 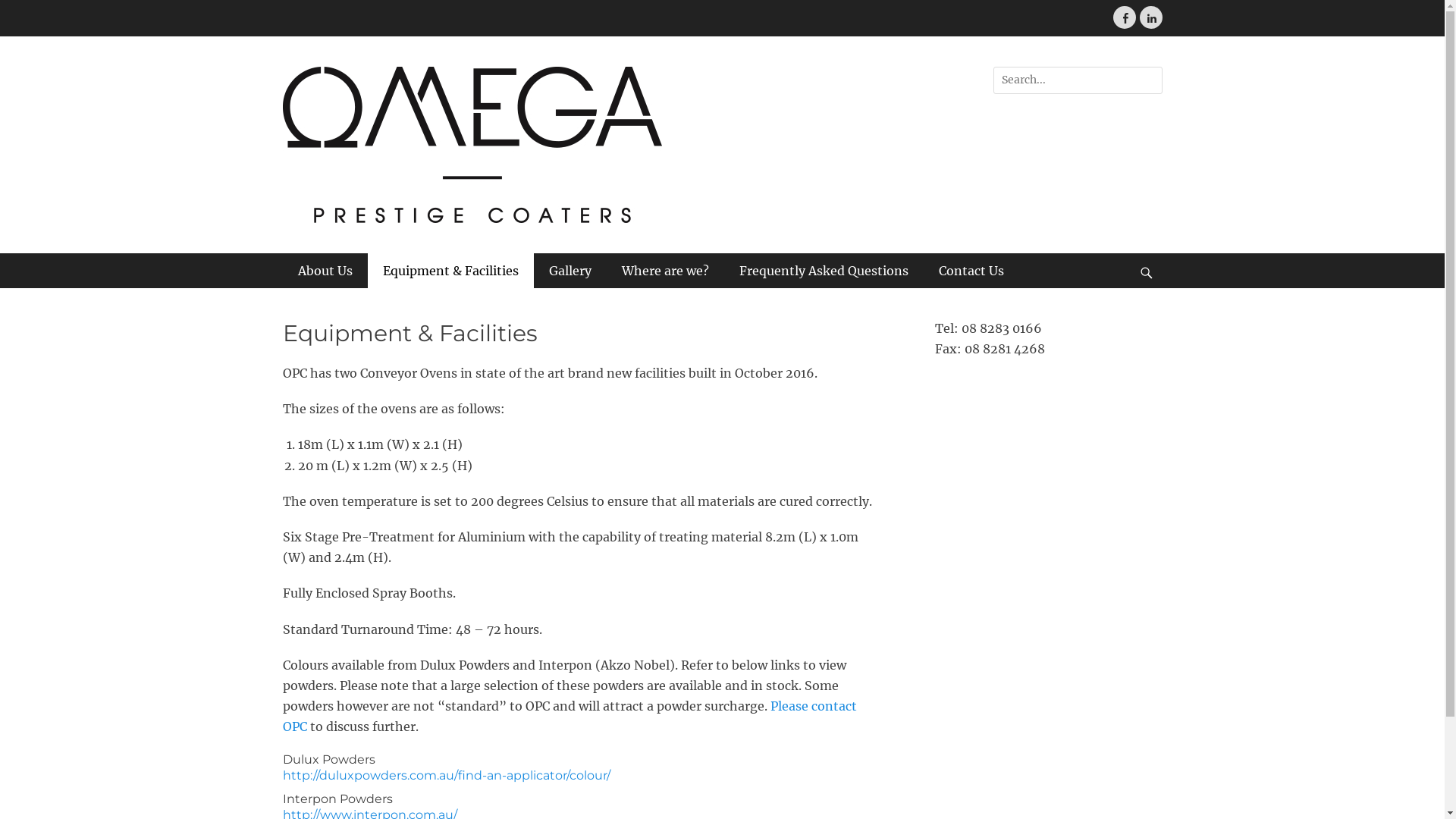 What do you see at coordinates (1125, 17) in the screenshot?
I see `'Facebook'` at bounding box center [1125, 17].